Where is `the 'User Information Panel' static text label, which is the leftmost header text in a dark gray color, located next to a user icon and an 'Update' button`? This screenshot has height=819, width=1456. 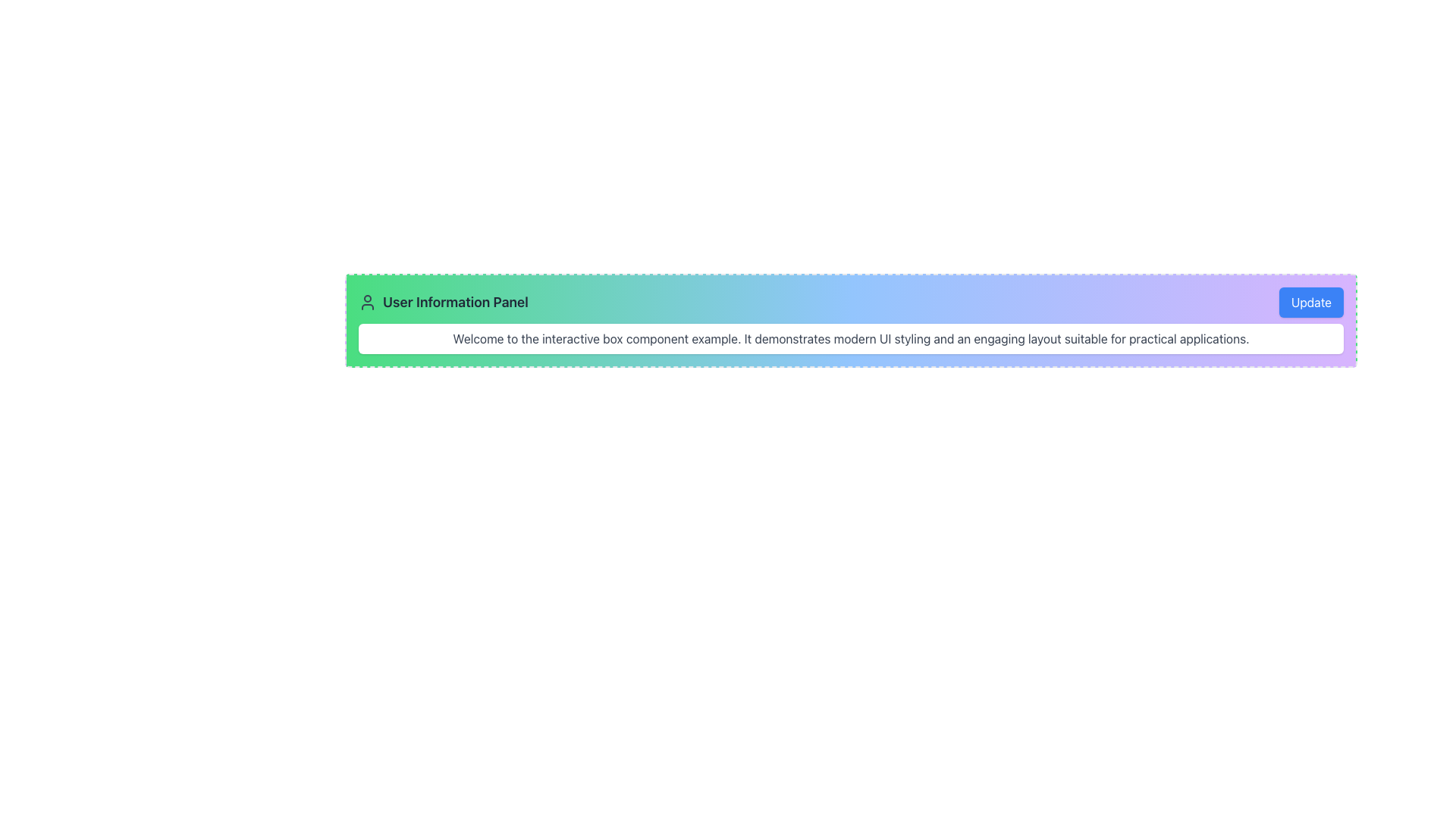
the 'User Information Panel' static text label, which is the leftmost header text in a dark gray color, located next to a user icon and an 'Update' button is located at coordinates (442, 302).